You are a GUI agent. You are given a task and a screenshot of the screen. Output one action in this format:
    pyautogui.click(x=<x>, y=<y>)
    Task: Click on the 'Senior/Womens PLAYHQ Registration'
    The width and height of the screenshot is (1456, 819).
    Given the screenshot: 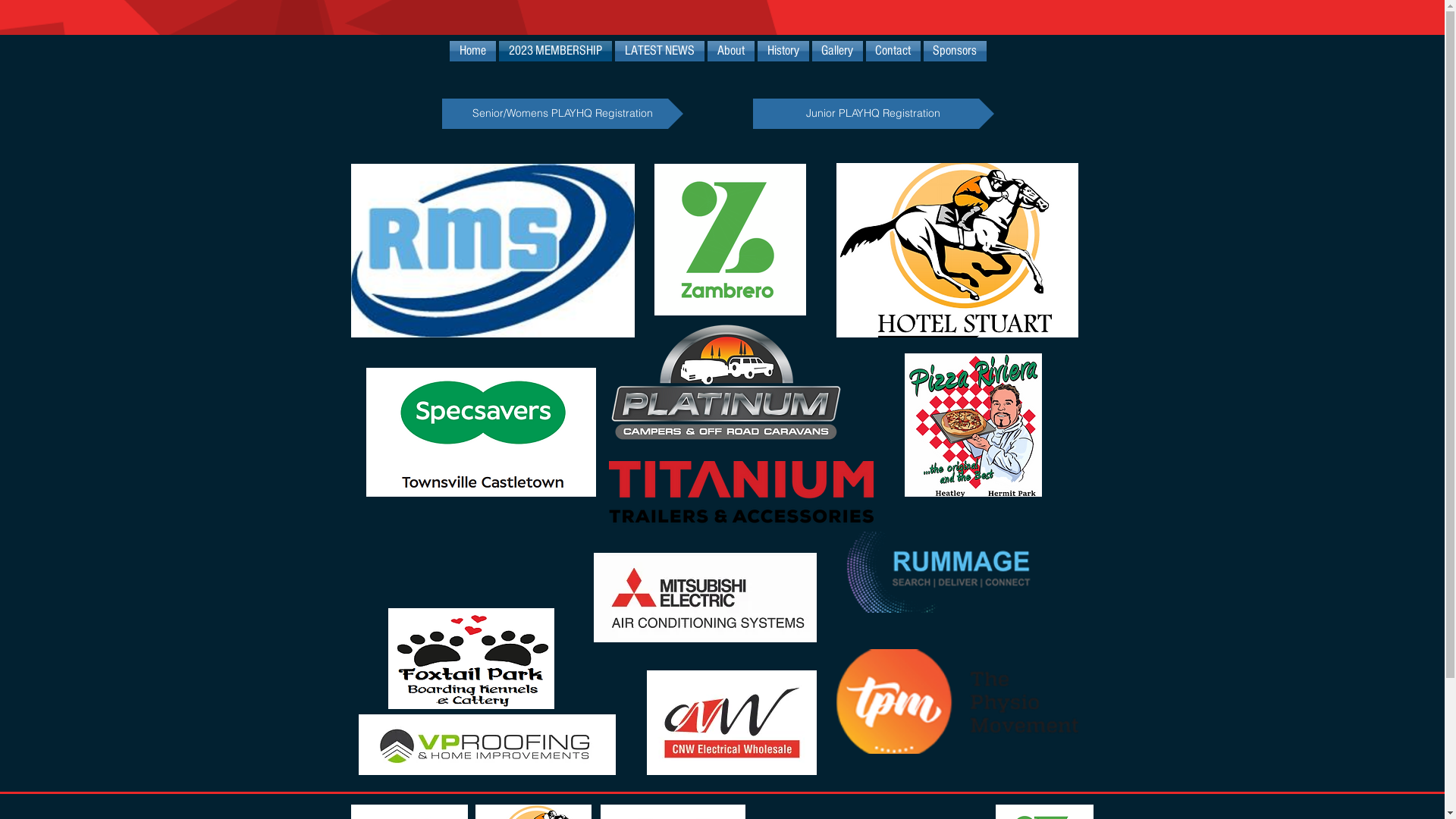 What is the action you would take?
    pyautogui.click(x=560, y=113)
    